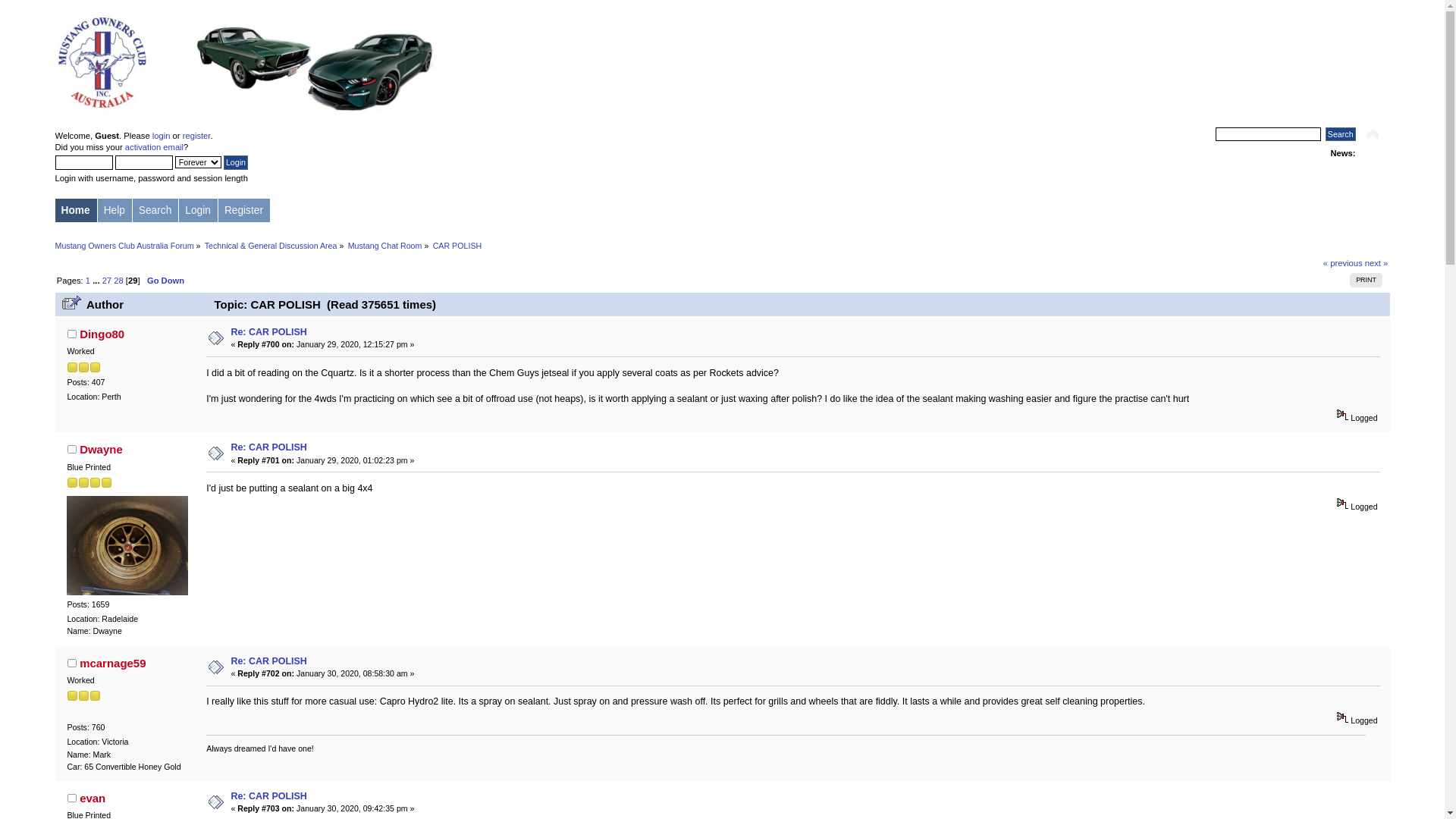  Describe the element at coordinates (196, 134) in the screenshot. I see `'register'` at that location.